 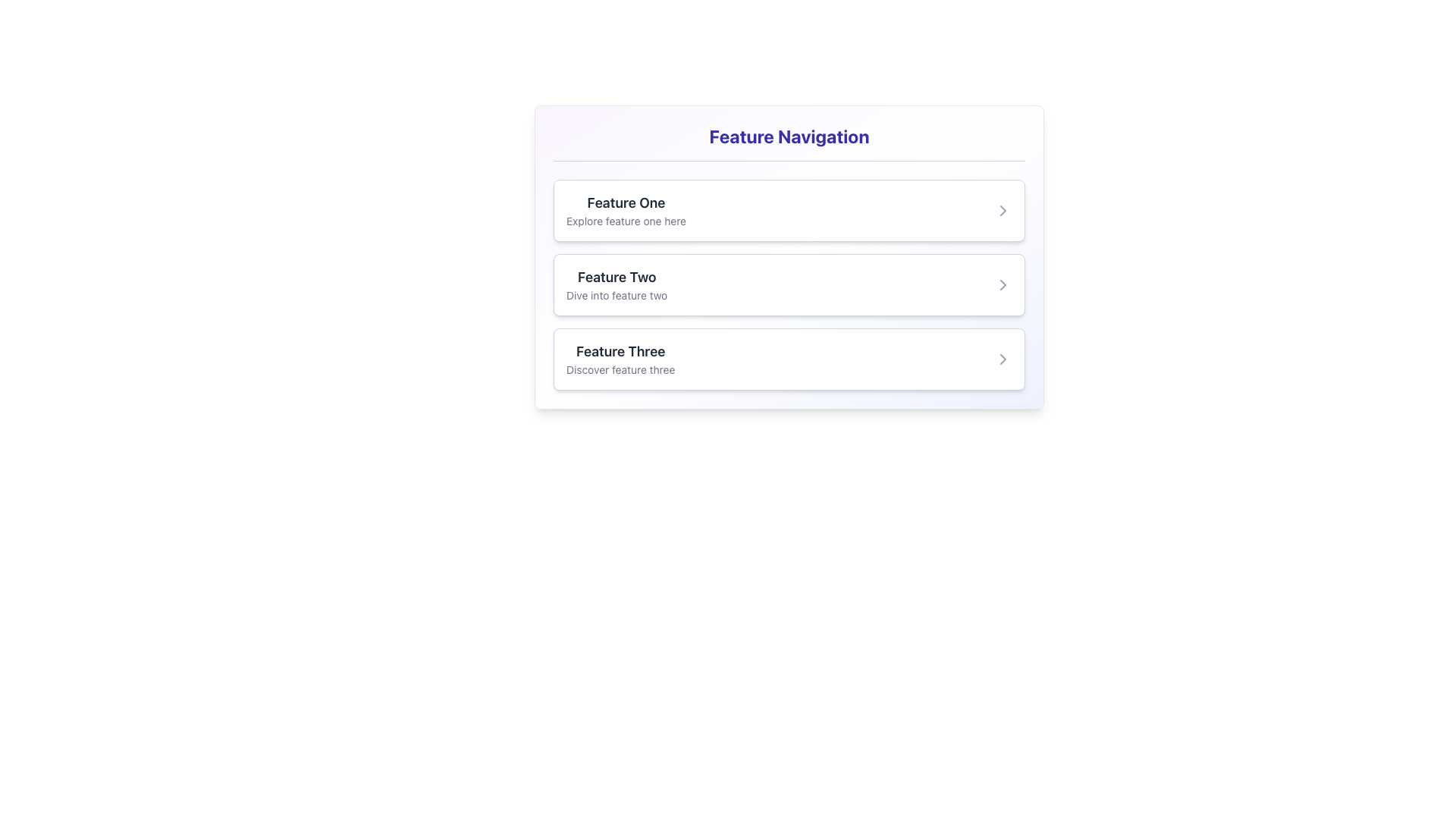 I want to click on the text display that introduces and describes a feature, which is located within the first card of a vertical list under the 'Feature Navigation' section, so click(x=626, y=210).